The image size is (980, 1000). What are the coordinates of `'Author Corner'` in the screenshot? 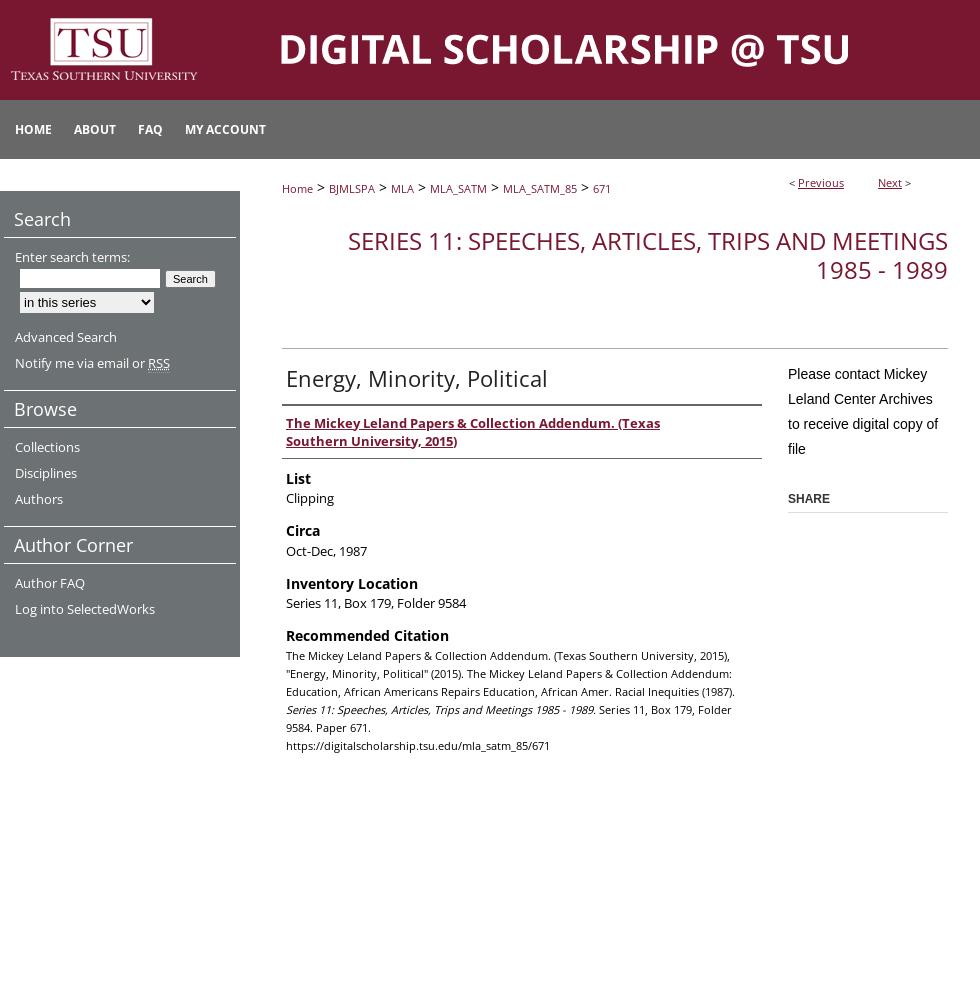 It's located at (73, 545).